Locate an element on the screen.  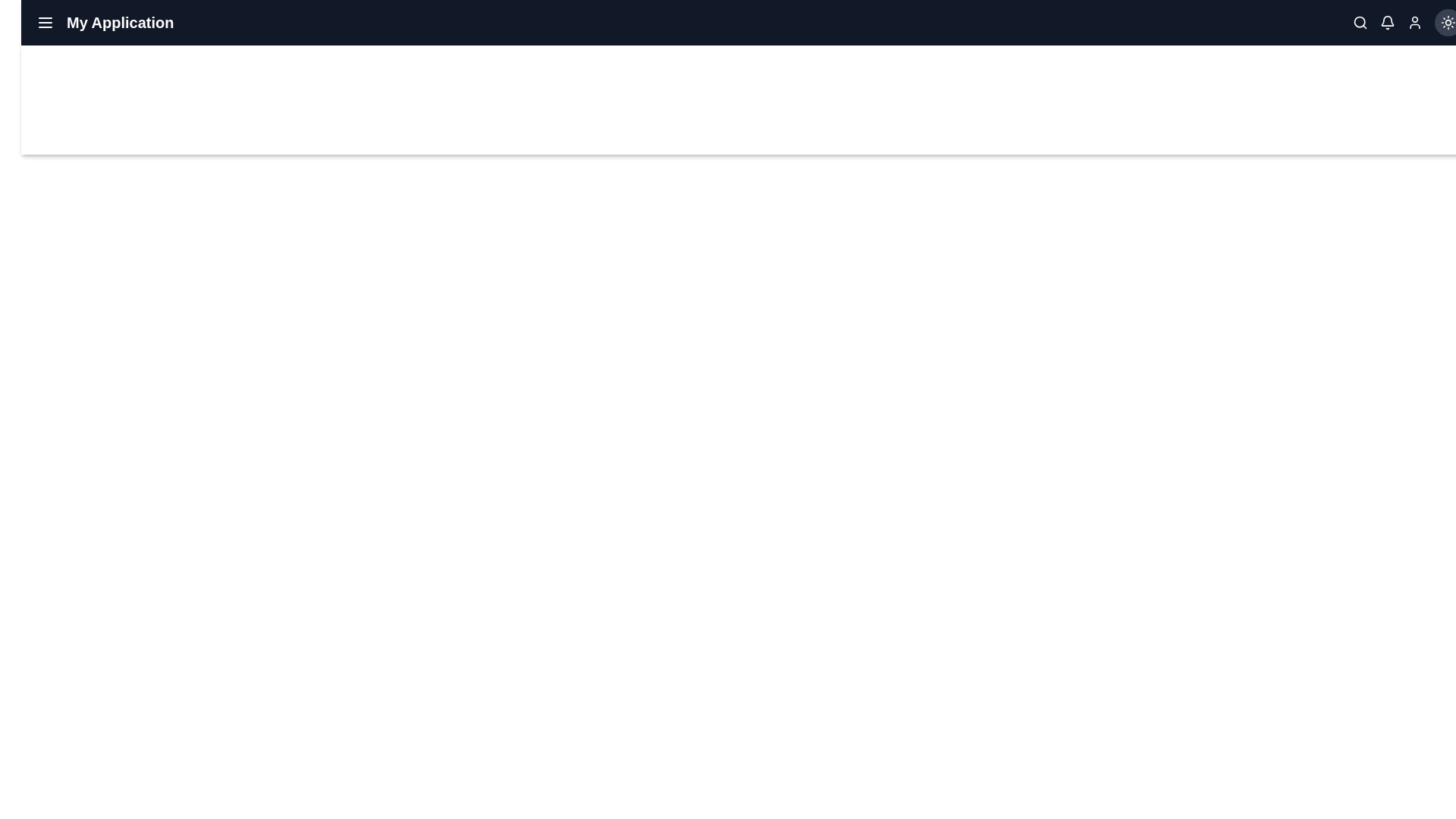
the user icon located in the top-right corner of the navigation bar, which is the third element from the right is located at coordinates (1414, 23).